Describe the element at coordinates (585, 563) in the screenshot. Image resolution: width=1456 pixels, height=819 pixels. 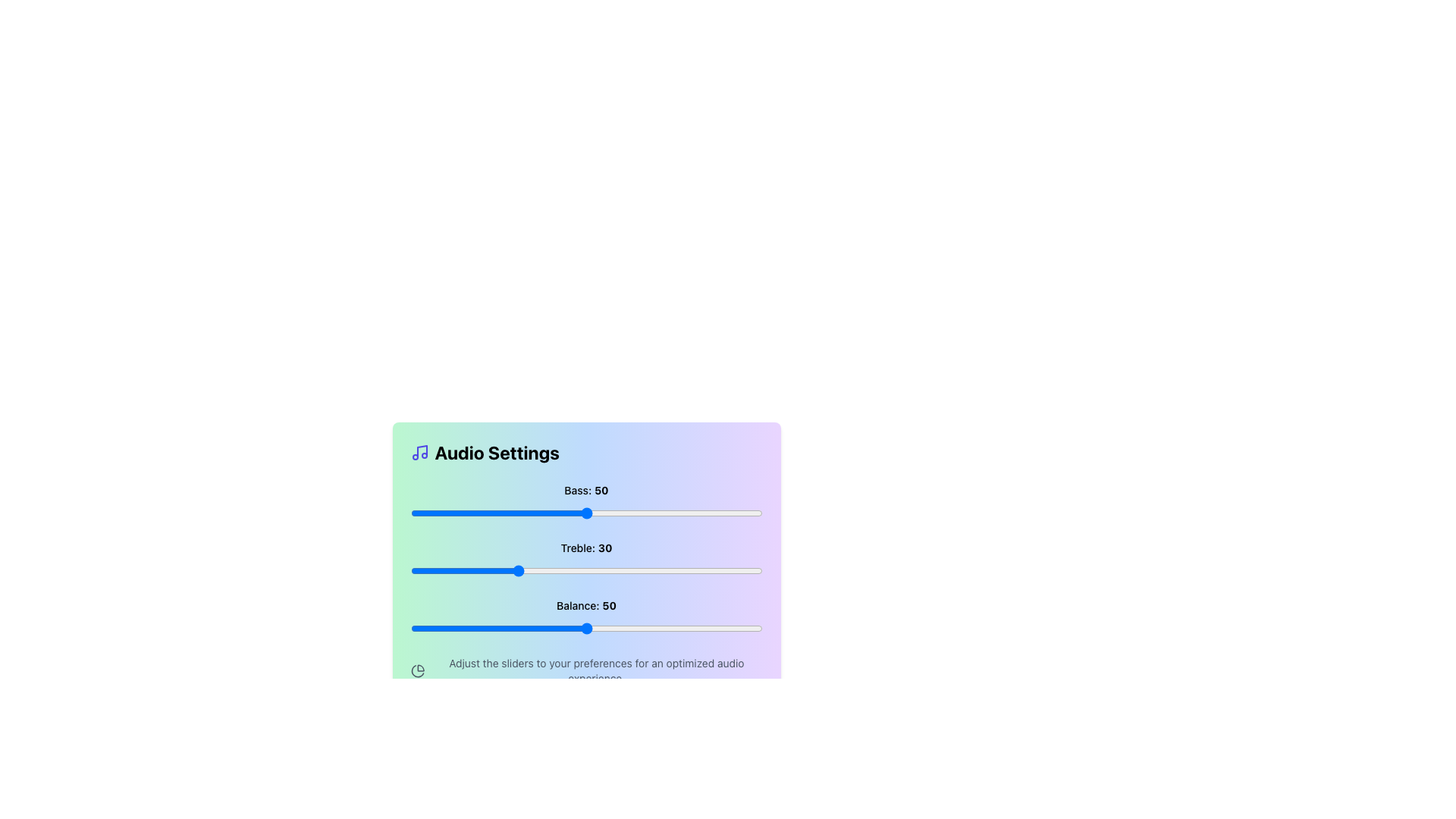
I see `the sliders in the 'Audio Settings' panel` at that location.